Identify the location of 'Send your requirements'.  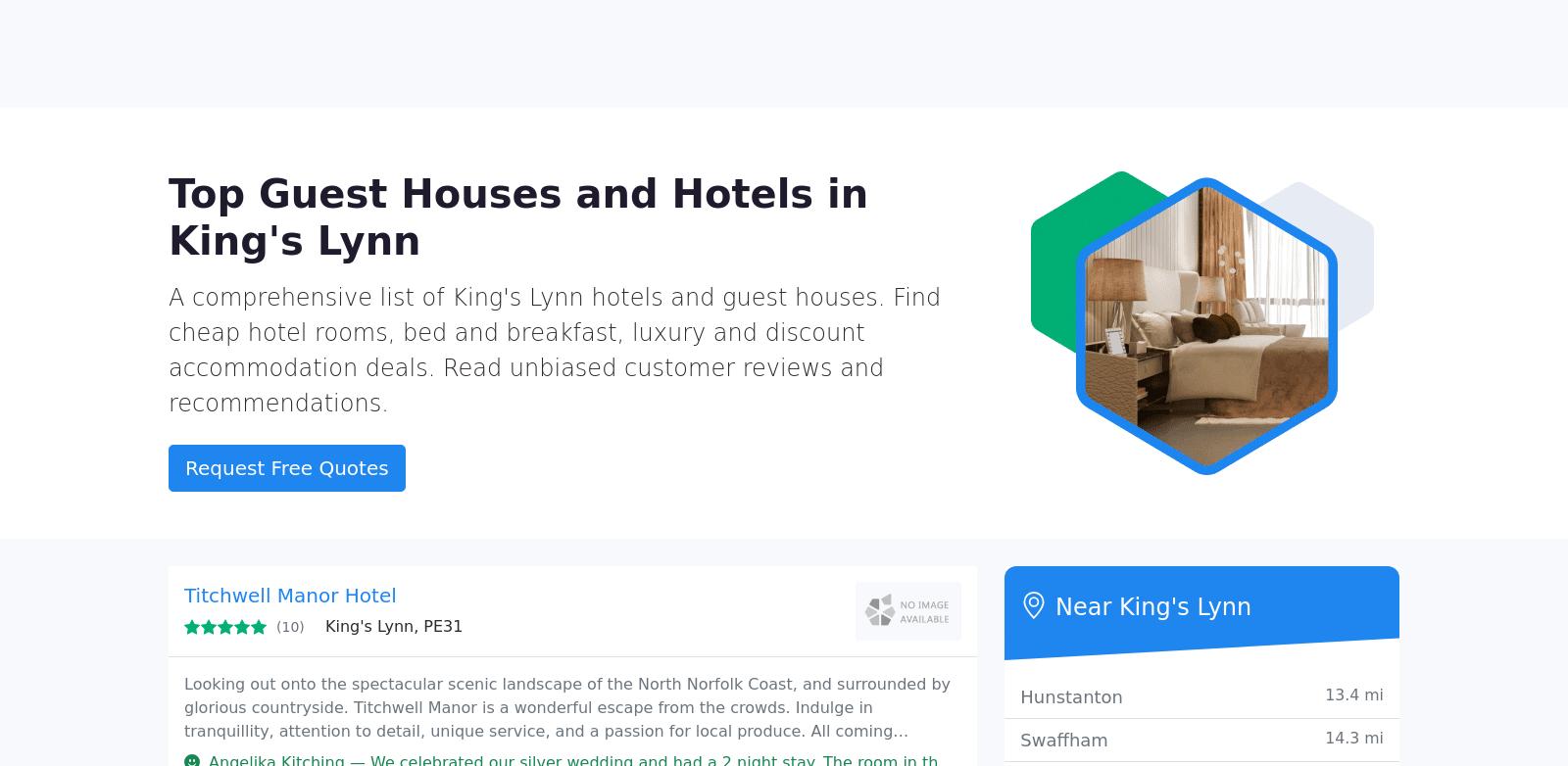
(1242, 84).